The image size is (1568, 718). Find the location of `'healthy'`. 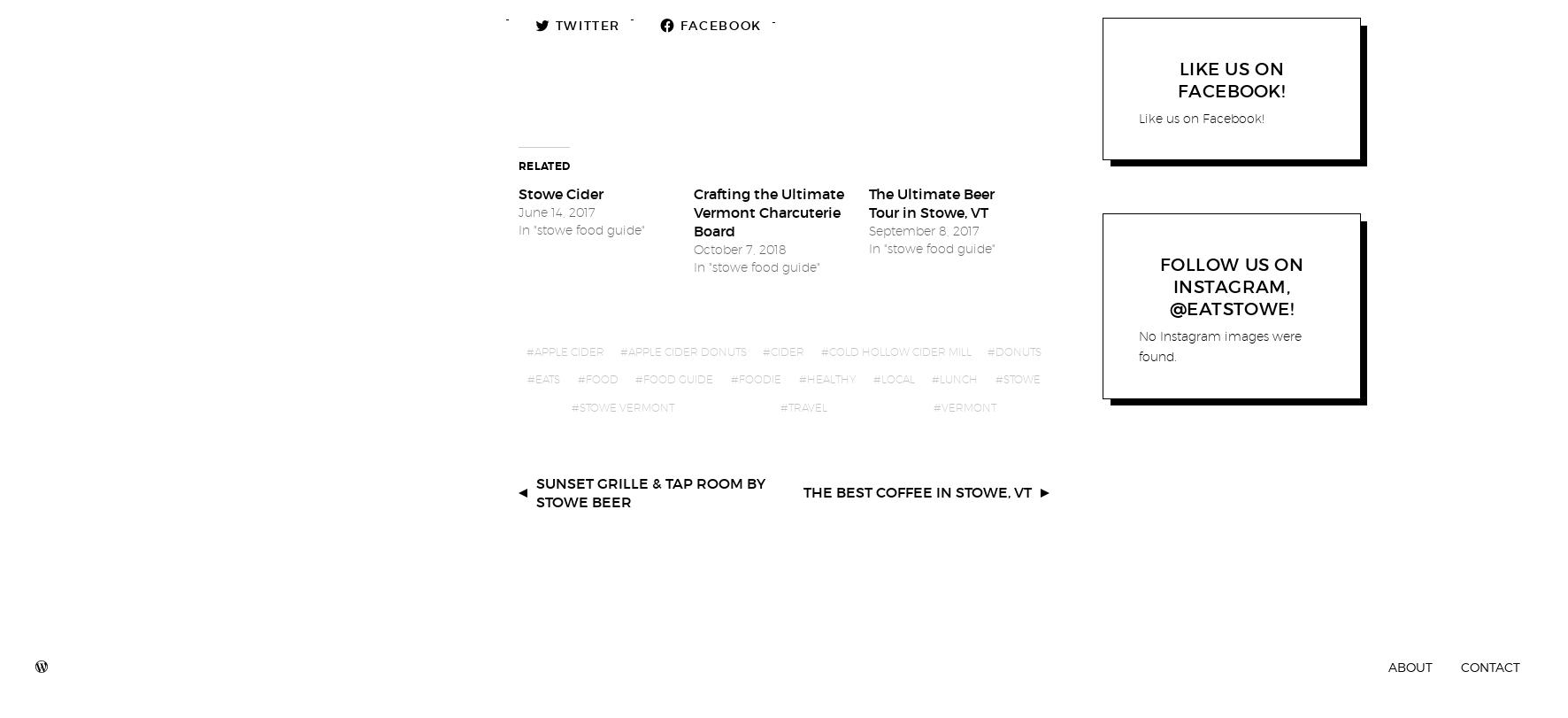

'healthy' is located at coordinates (829, 378).